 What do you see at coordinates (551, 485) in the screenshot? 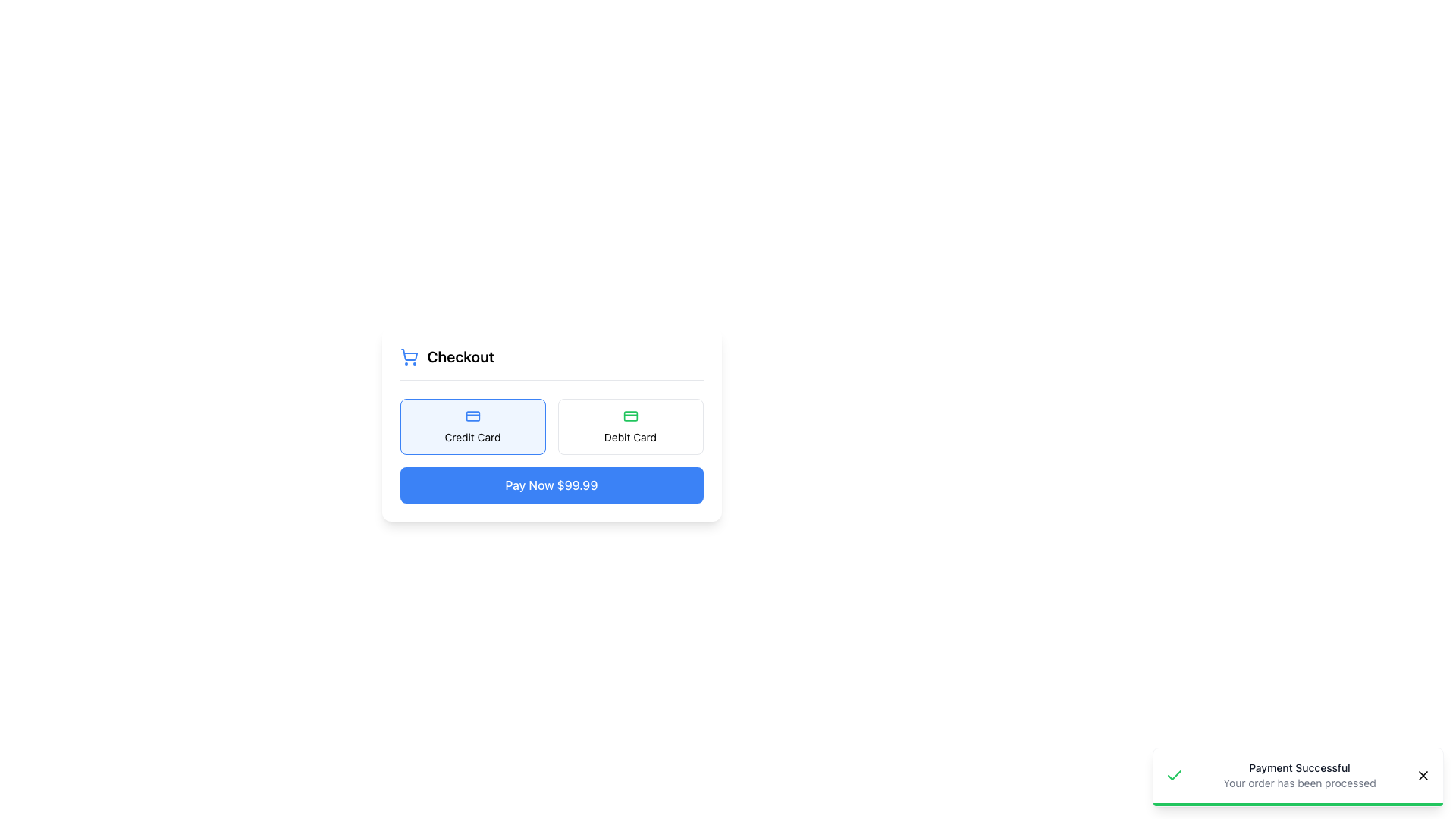
I see `the payment button located at the bottom of the payment options section to observe the hover effects` at bounding box center [551, 485].